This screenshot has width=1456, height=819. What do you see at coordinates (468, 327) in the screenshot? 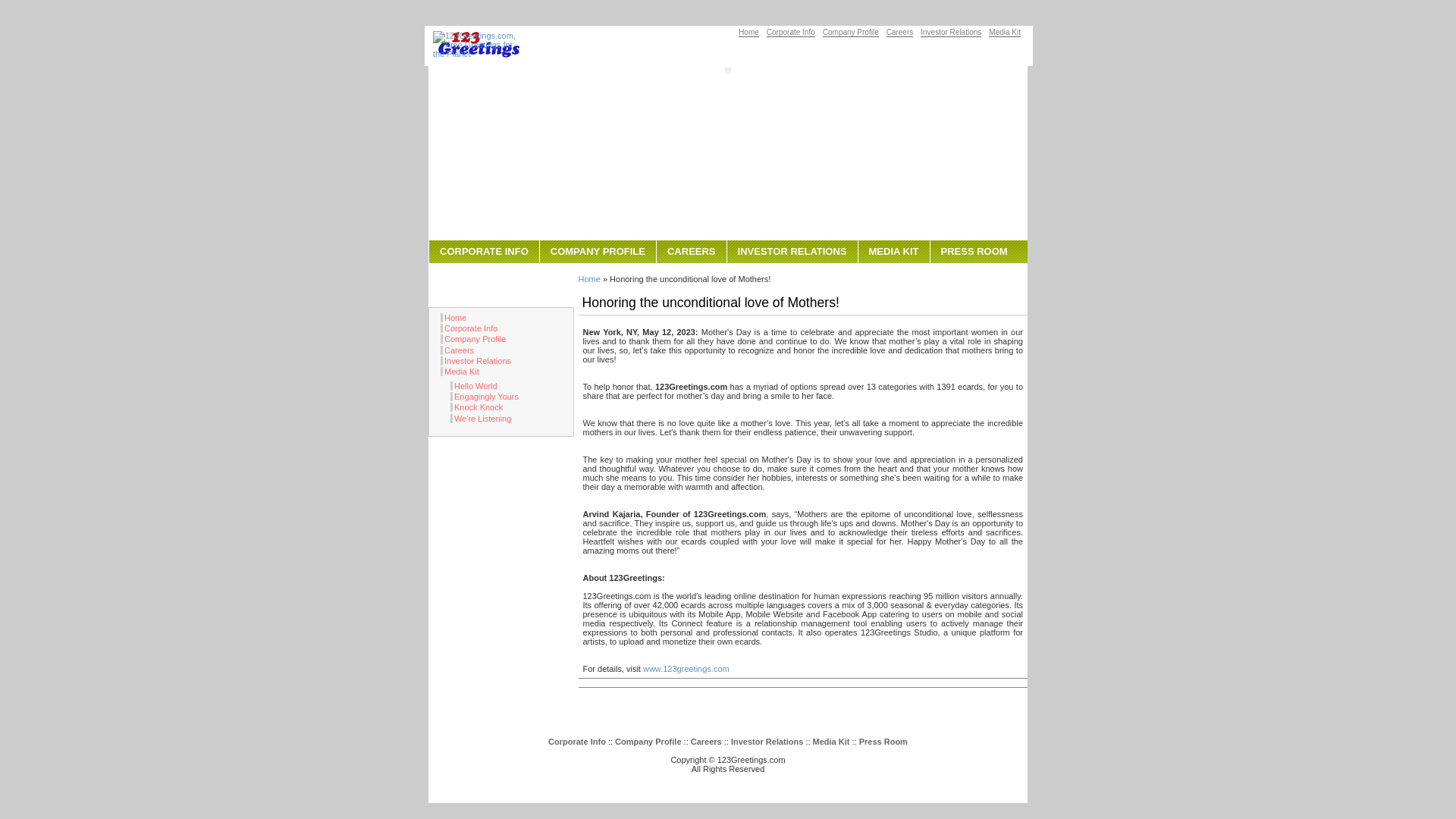
I see `'Corporate Info'` at bounding box center [468, 327].